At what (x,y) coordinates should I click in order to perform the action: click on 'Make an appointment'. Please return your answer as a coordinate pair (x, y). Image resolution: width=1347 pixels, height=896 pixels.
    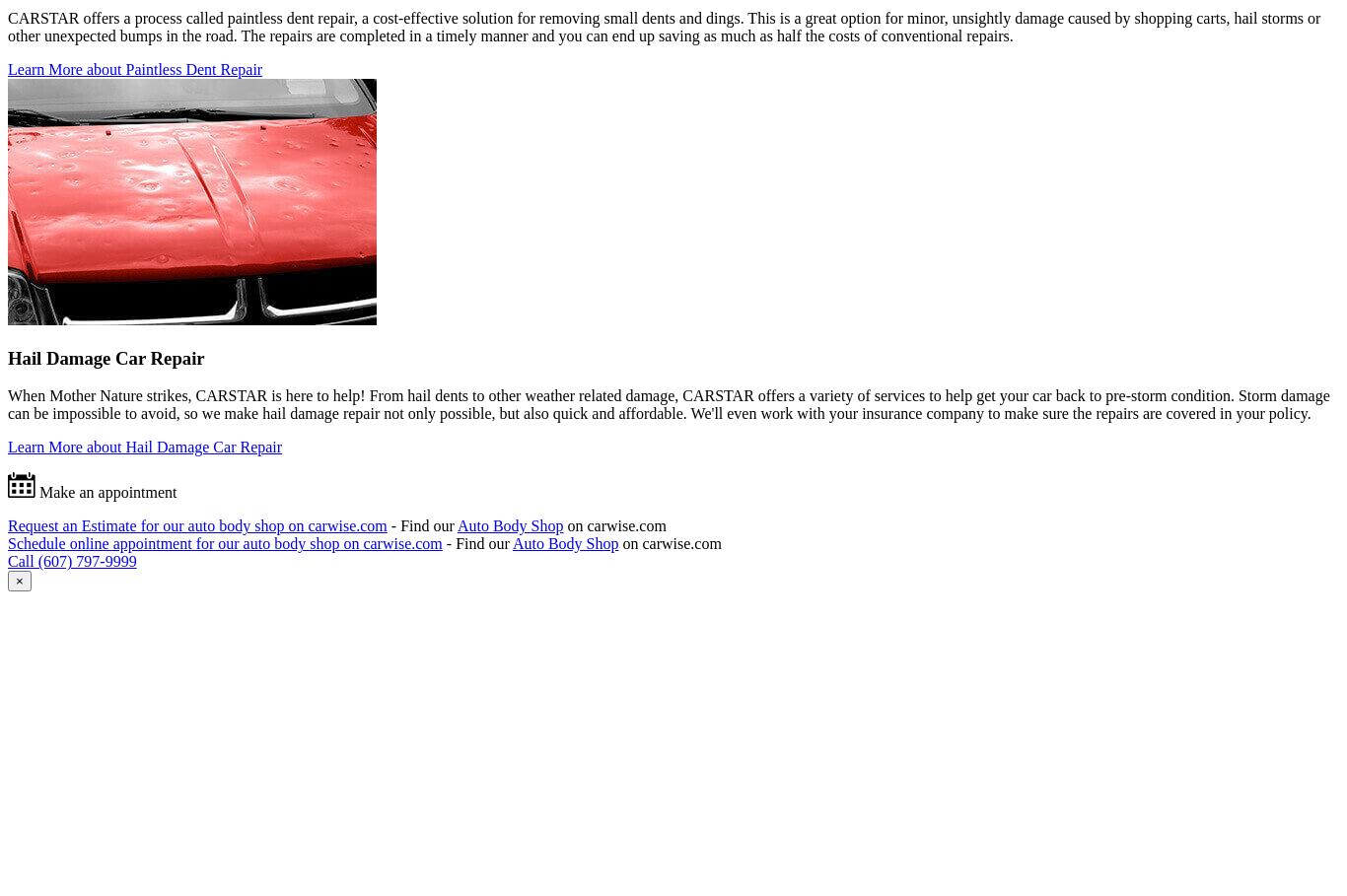
    Looking at the image, I should click on (106, 491).